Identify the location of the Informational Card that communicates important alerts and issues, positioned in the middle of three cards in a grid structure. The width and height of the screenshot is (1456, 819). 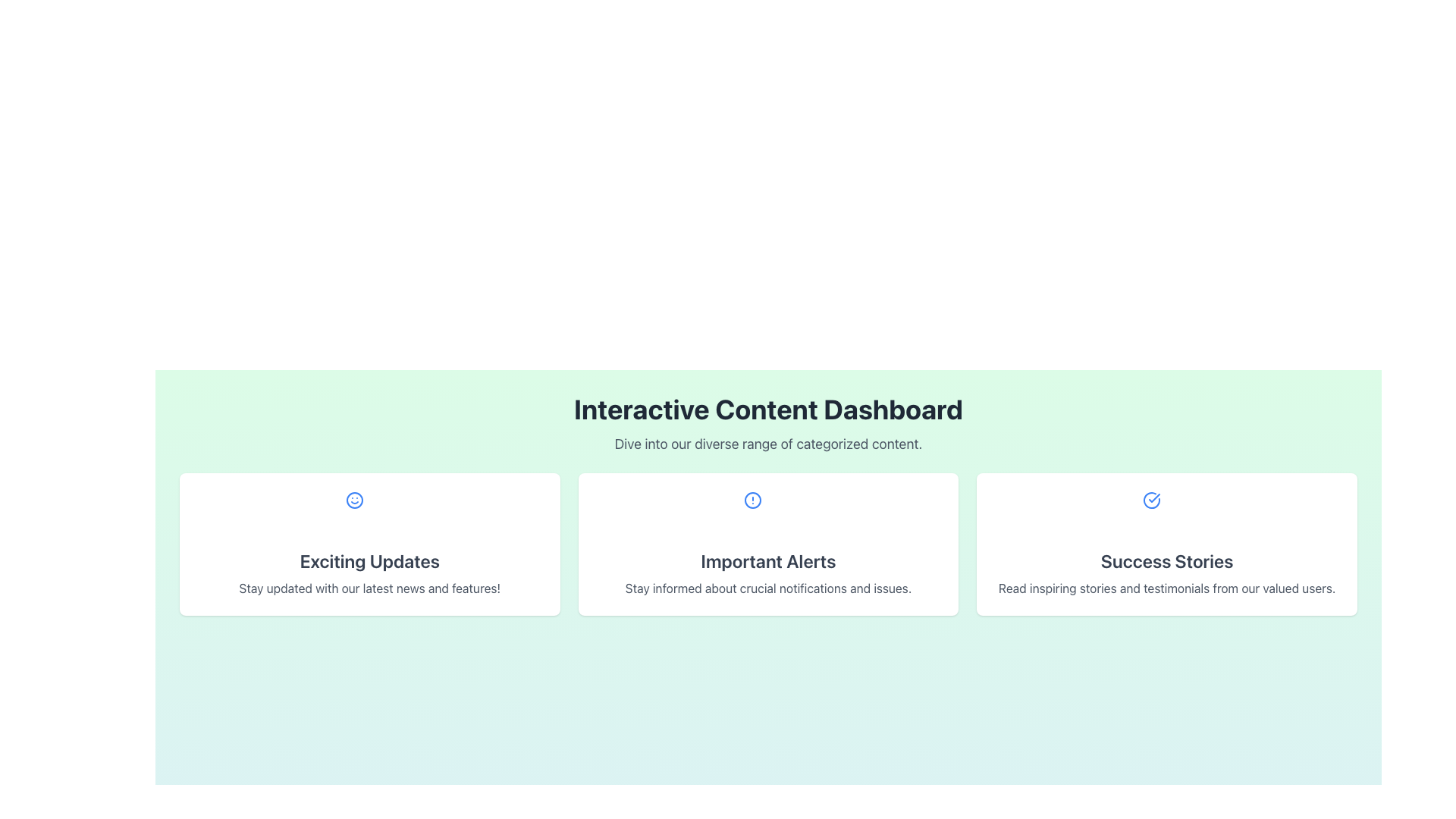
(768, 543).